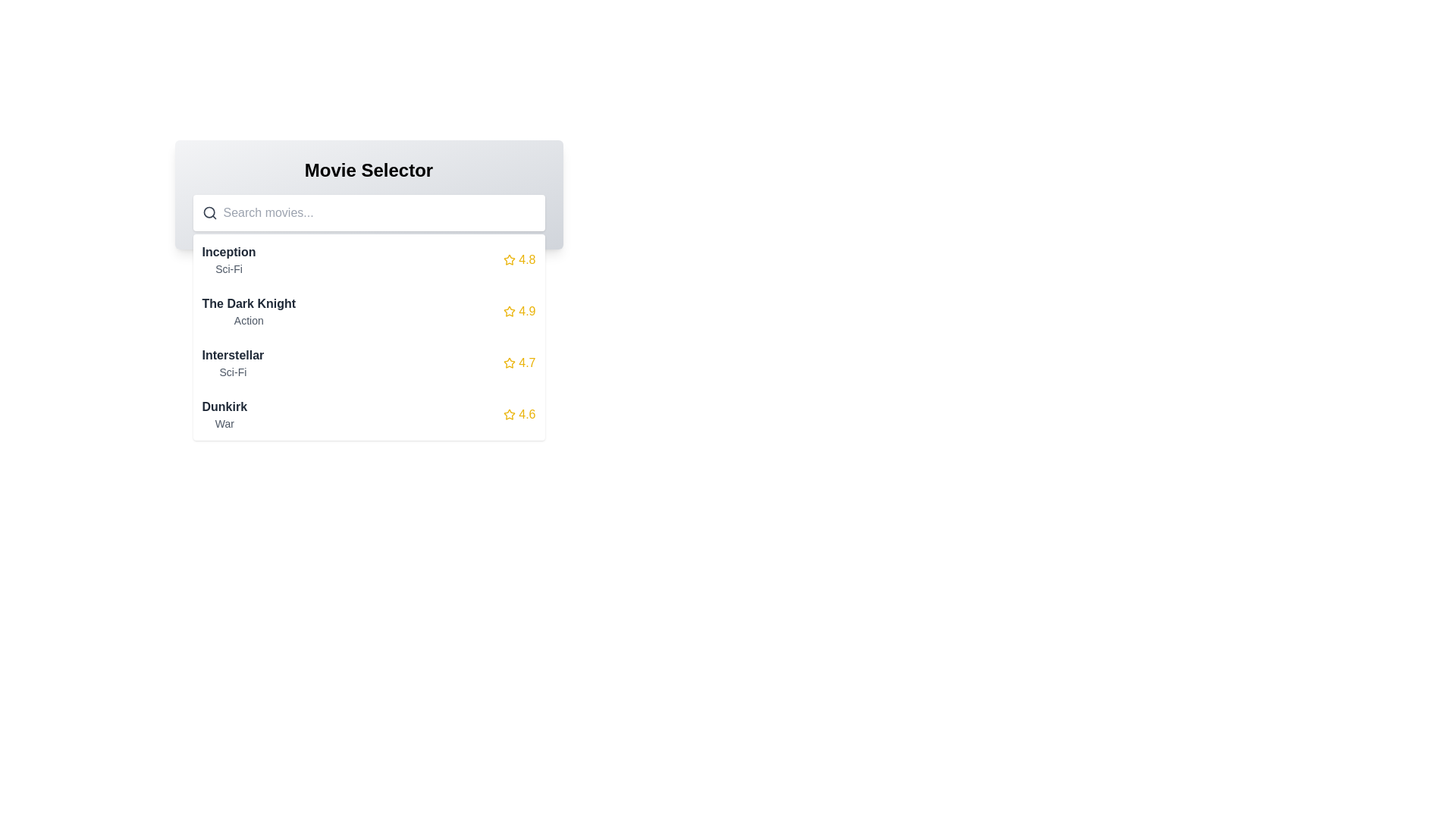 Image resolution: width=1456 pixels, height=819 pixels. I want to click on the text label representing the title of a movie, which is the first line in the 'Movie Selector' list entry, located between 'Inception' and 'Interstellar', so click(249, 304).